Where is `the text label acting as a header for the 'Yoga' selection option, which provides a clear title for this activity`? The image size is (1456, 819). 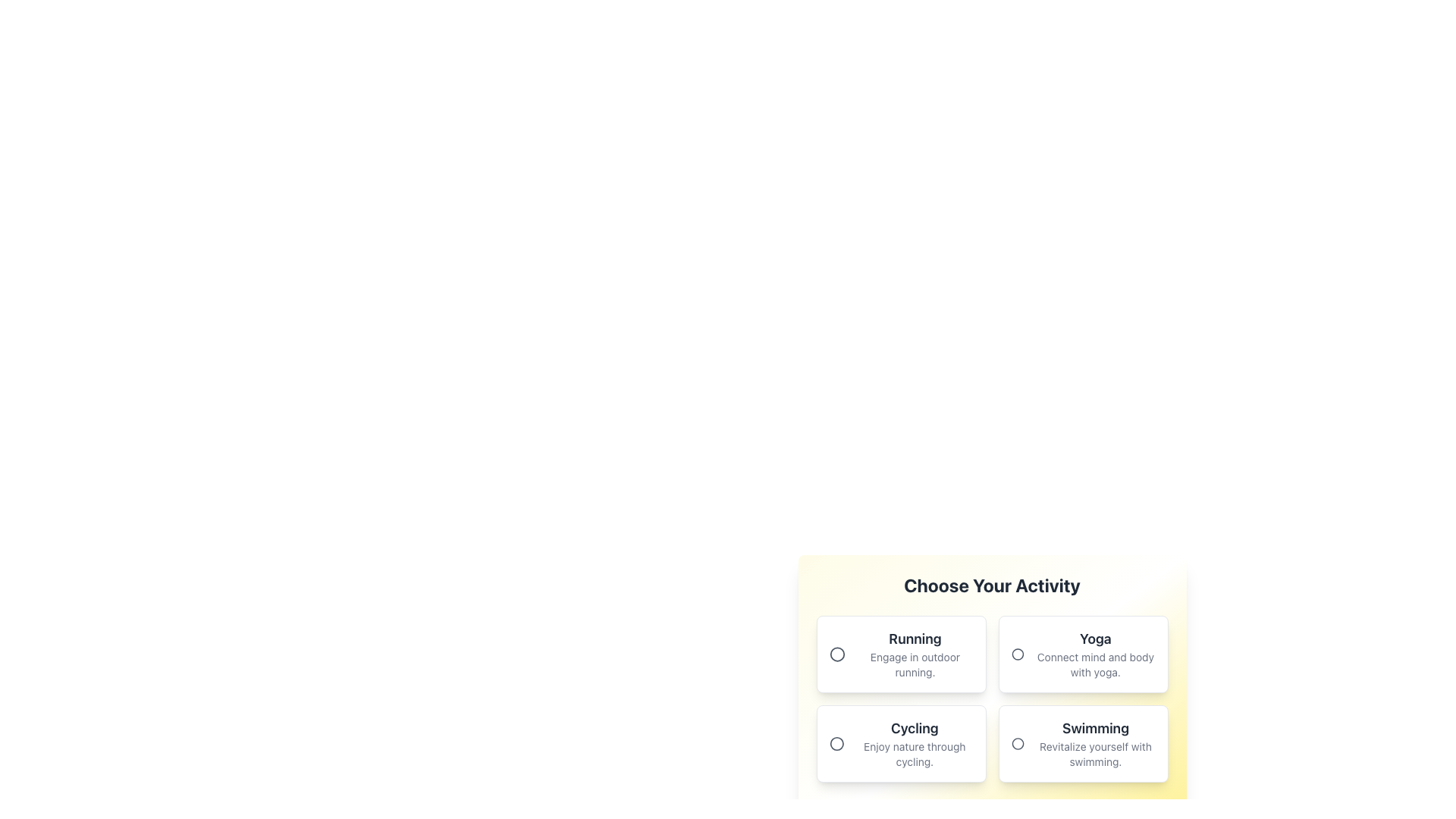 the text label acting as a header for the 'Yoga' selection option, which provides a clear title for this activity is located at coordinates (1095, 639).